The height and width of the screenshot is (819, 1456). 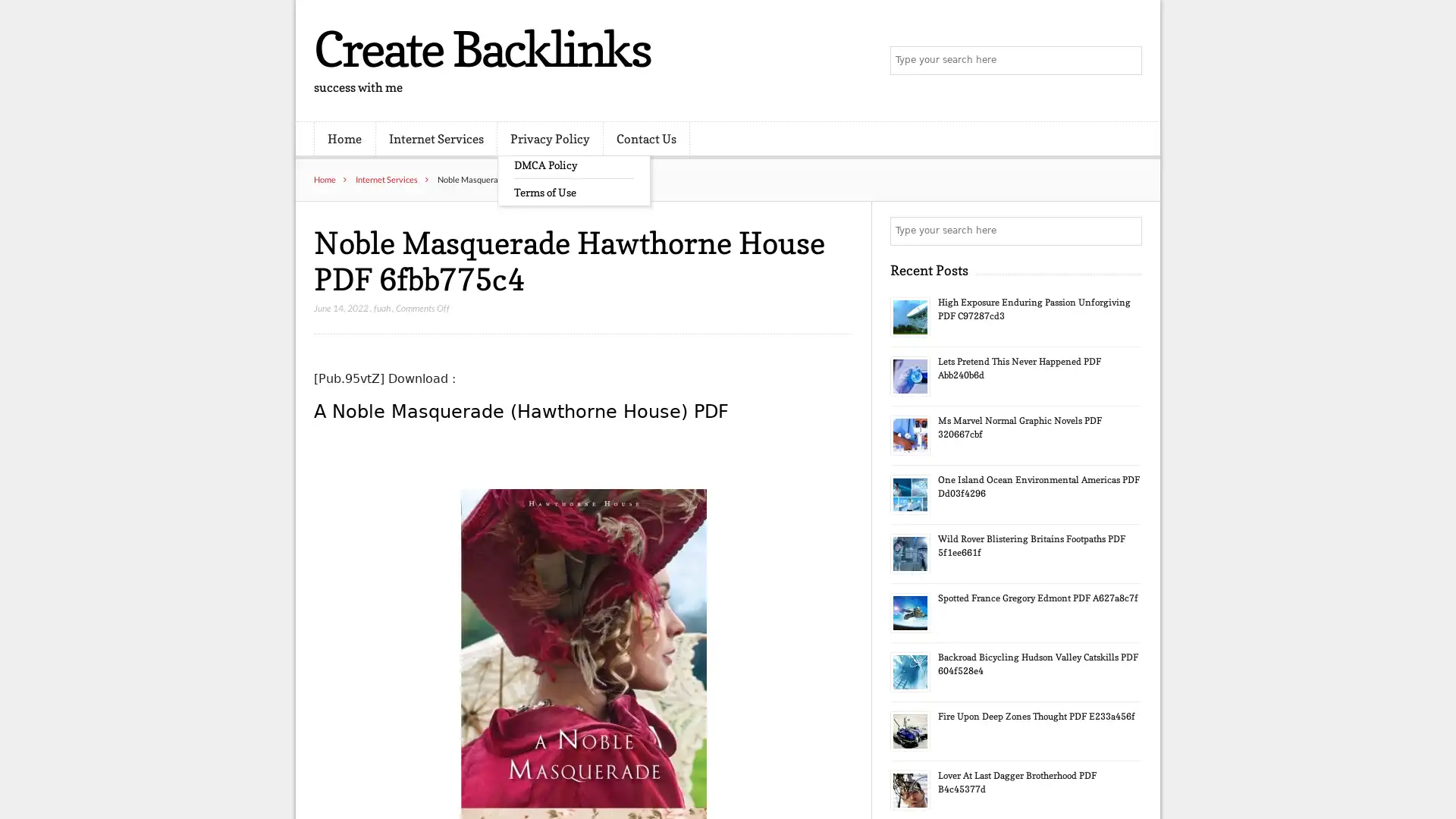 What do you see at coordinates (1126, 61) in the screenshot?
I see `Search` at bounding box center [1126, 61].